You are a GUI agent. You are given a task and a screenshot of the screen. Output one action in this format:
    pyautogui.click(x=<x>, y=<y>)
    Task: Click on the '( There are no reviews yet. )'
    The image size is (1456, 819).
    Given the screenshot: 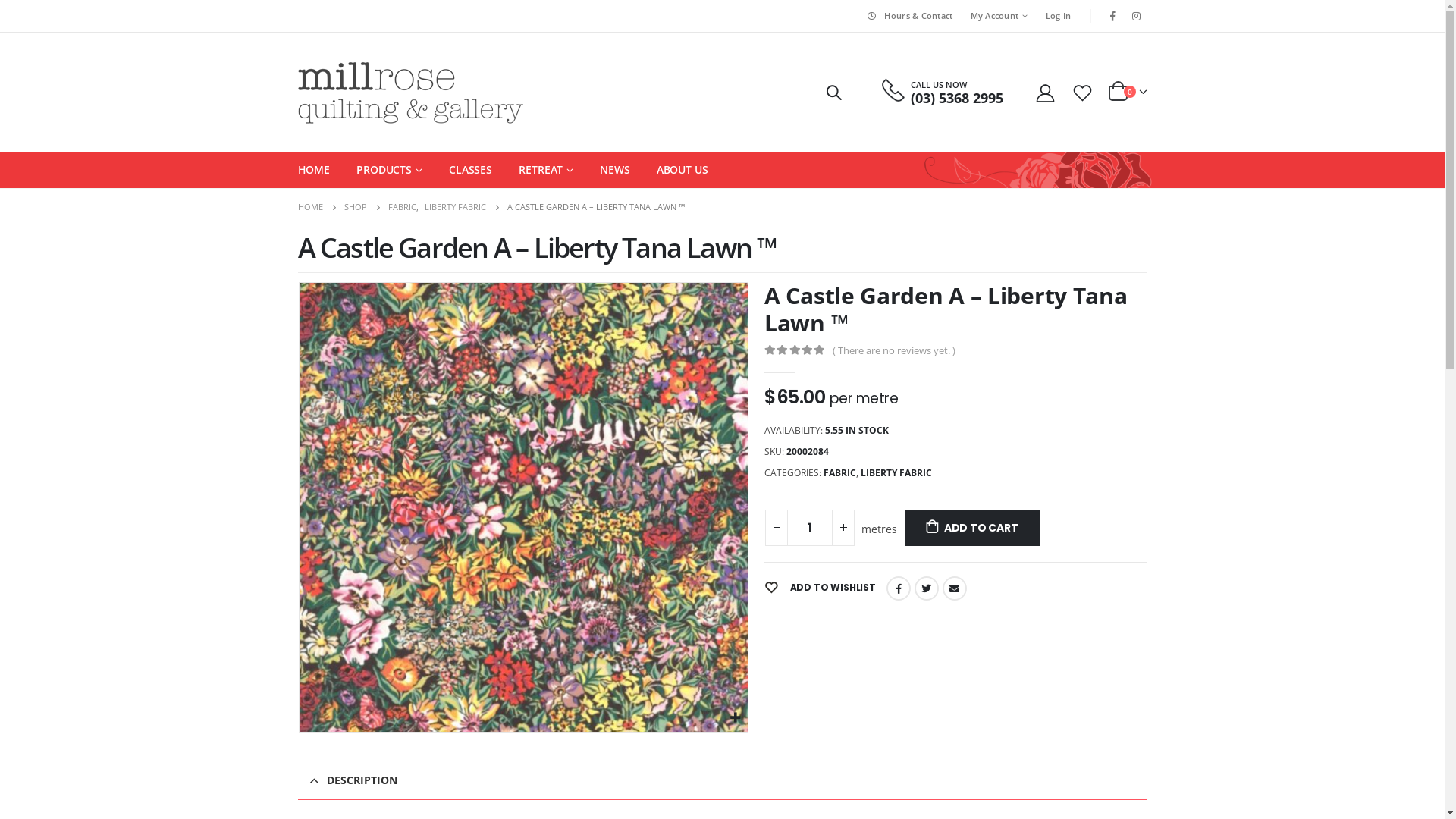 What is the action you would take?
    pyautogui.click(x=897, y=350)
    